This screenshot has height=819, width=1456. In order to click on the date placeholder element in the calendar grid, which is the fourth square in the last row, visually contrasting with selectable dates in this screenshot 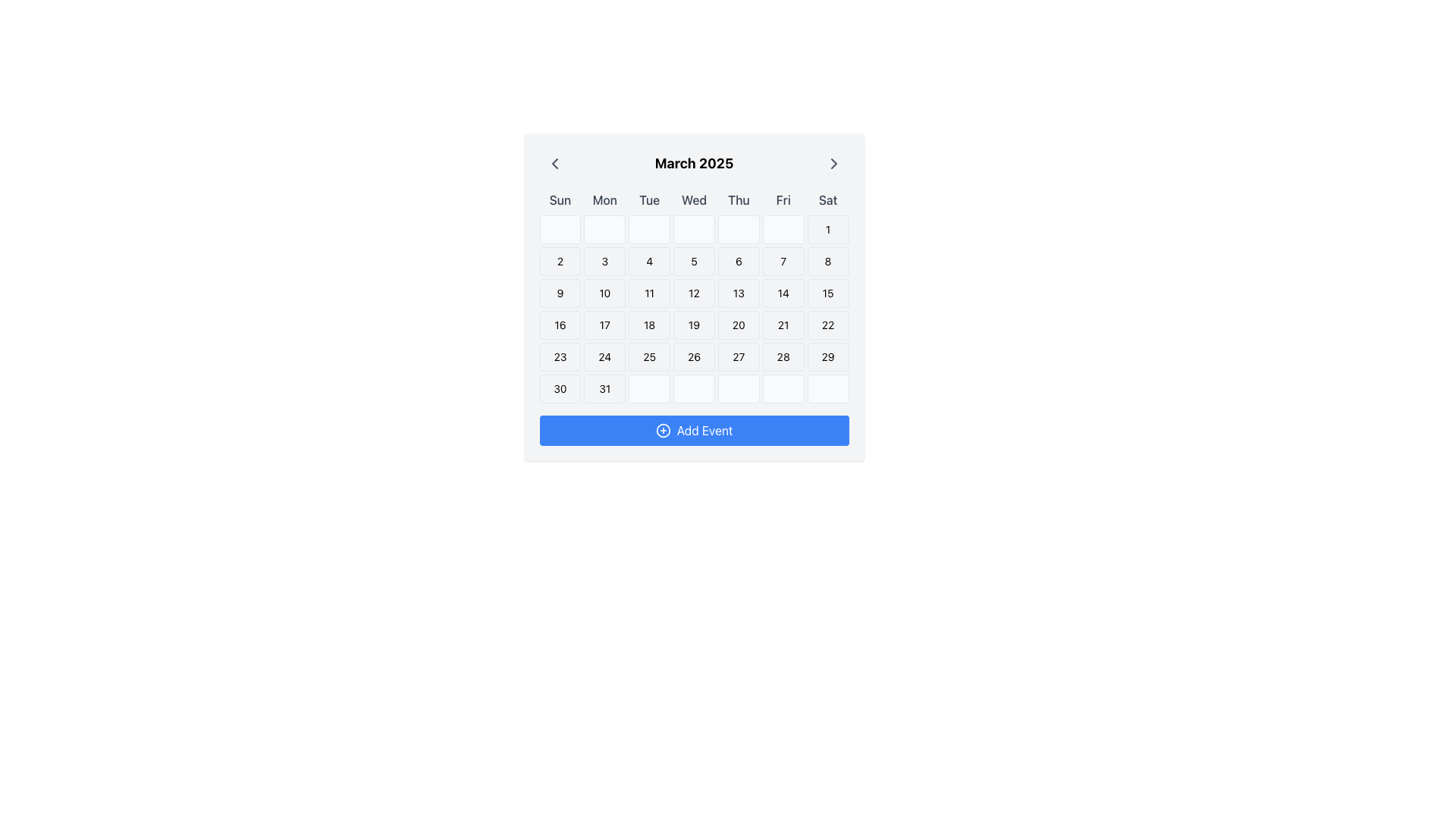, I will do `click(693, 388)`.